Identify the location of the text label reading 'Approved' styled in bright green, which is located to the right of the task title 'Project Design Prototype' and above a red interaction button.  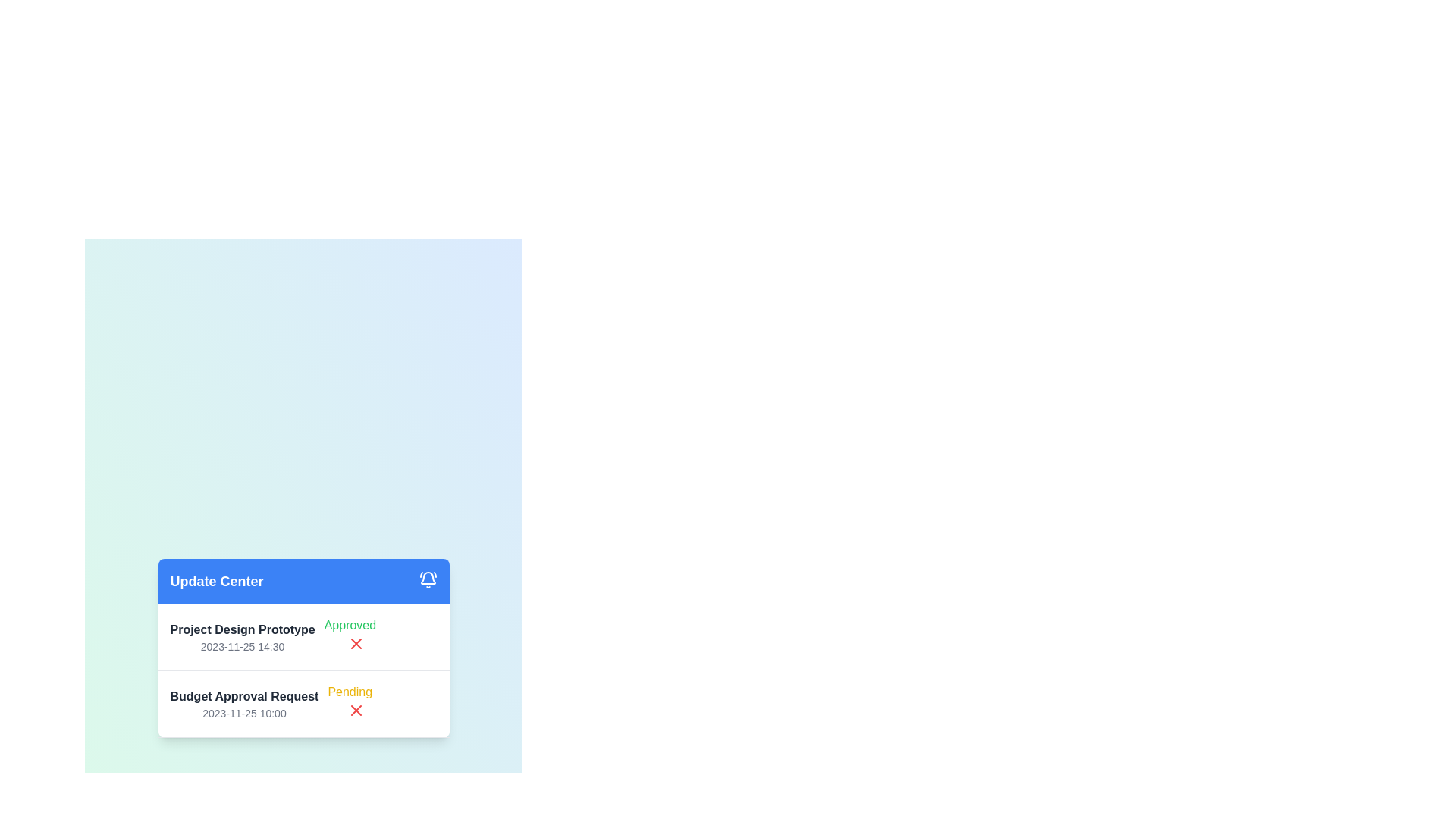
(349, 626).